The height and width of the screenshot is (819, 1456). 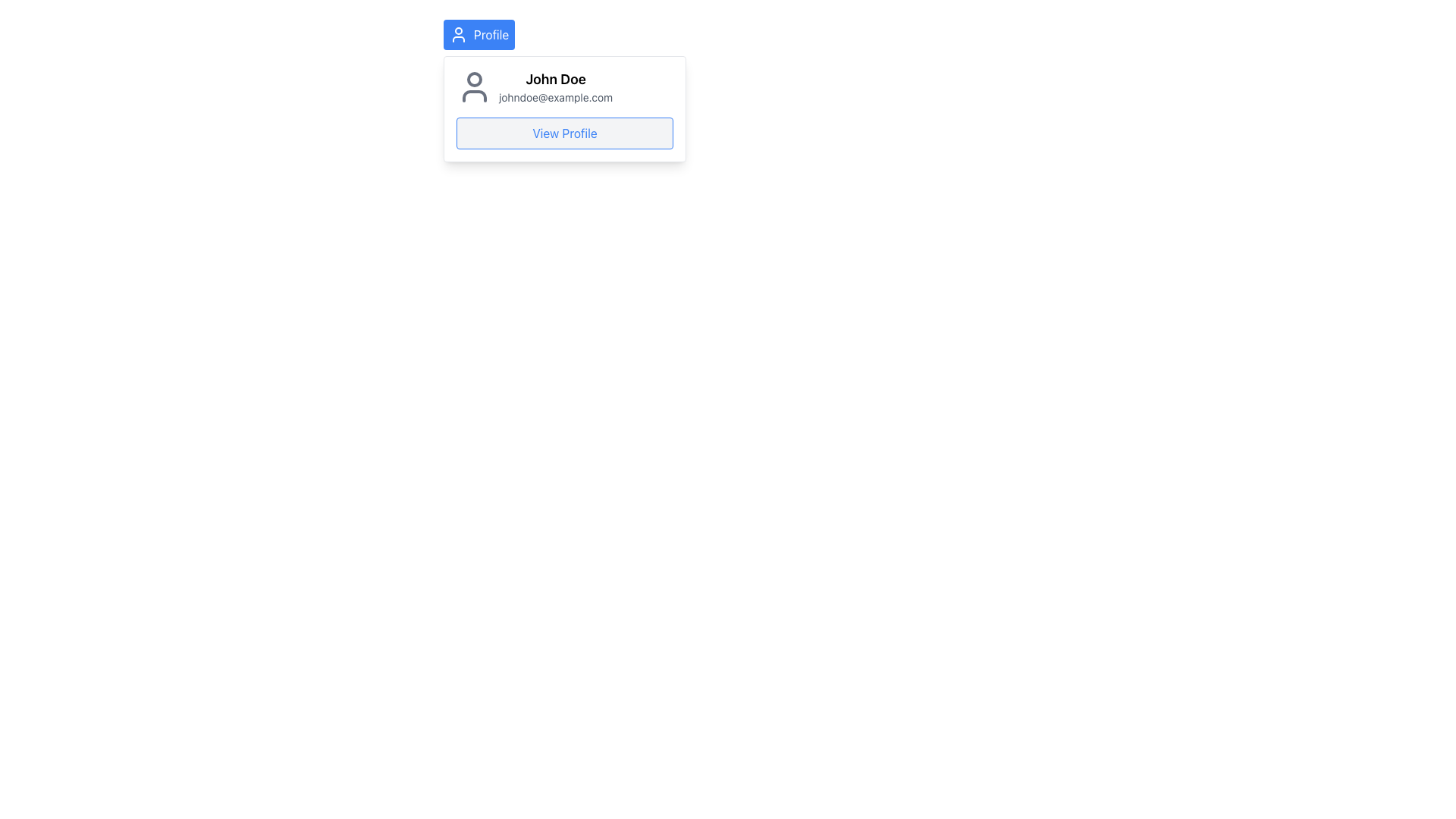 I want to click on email address text label displayed within the user profile card, located beneath 'John Doe' and above the 'View Profile' button, so click(x=555, y=97).